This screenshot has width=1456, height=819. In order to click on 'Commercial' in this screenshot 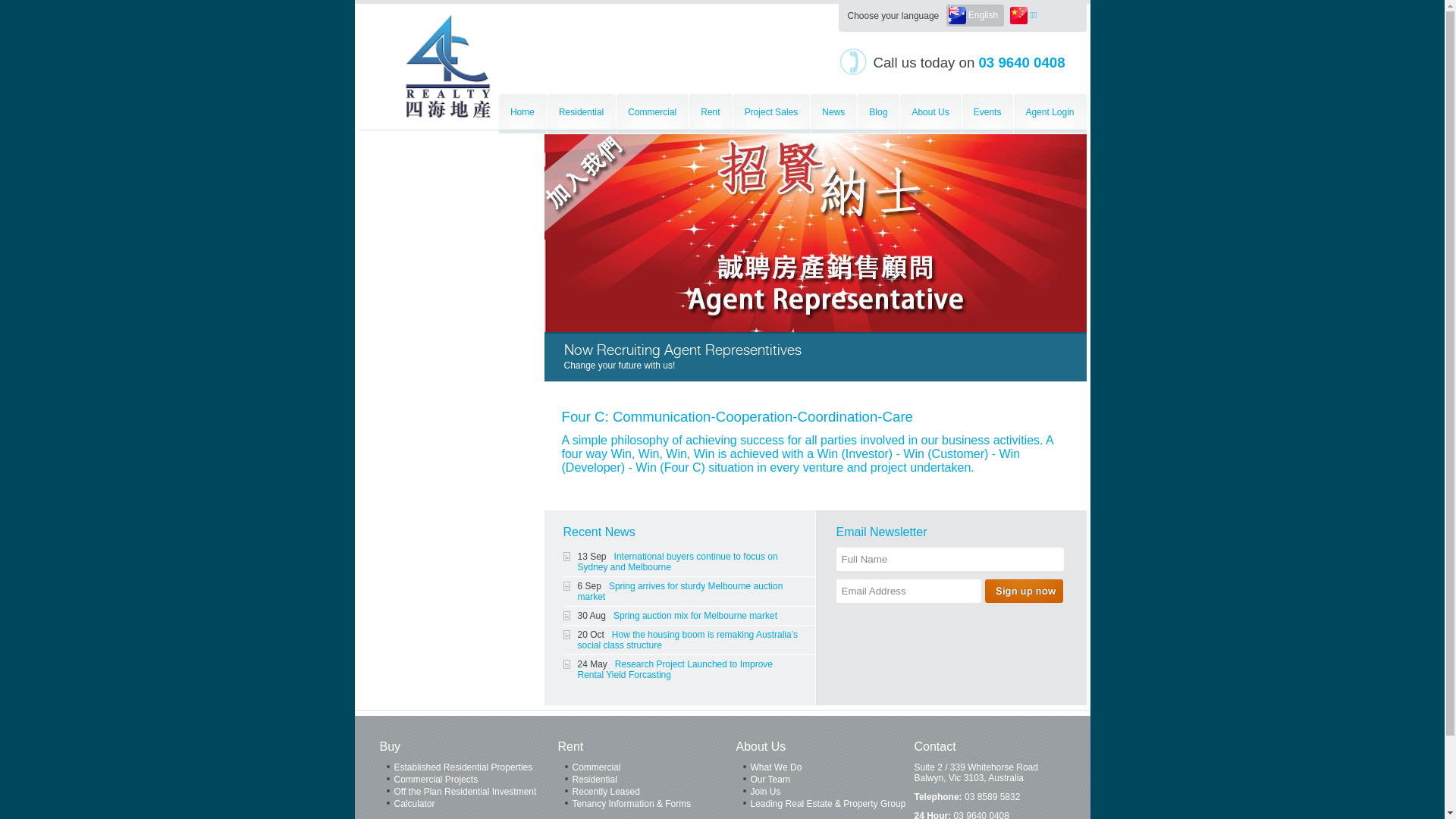, I will do `click(647, 768)`.